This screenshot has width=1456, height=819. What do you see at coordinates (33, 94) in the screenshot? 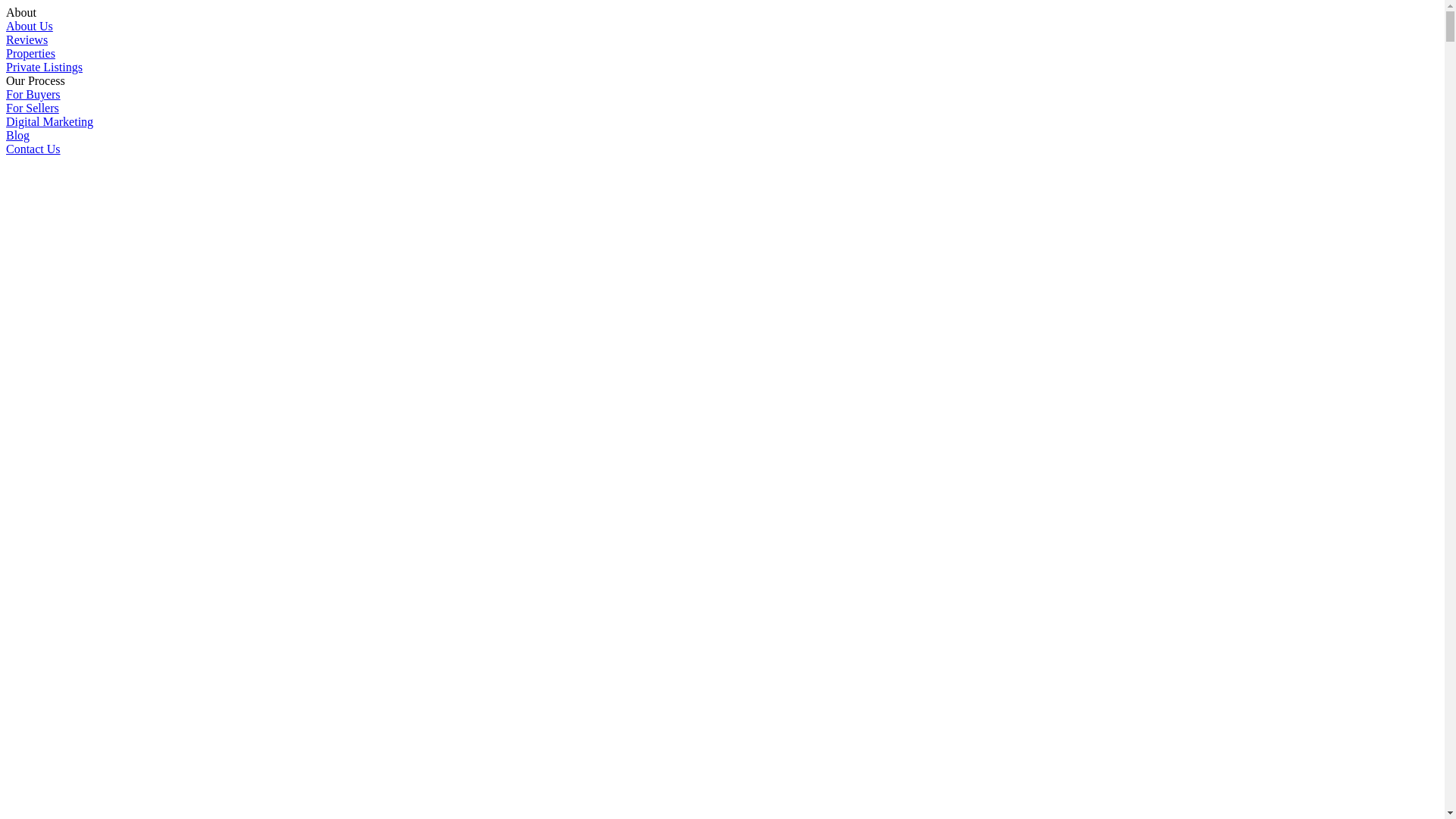
I see `'For Buyers'` at bounding box center [33, 94].